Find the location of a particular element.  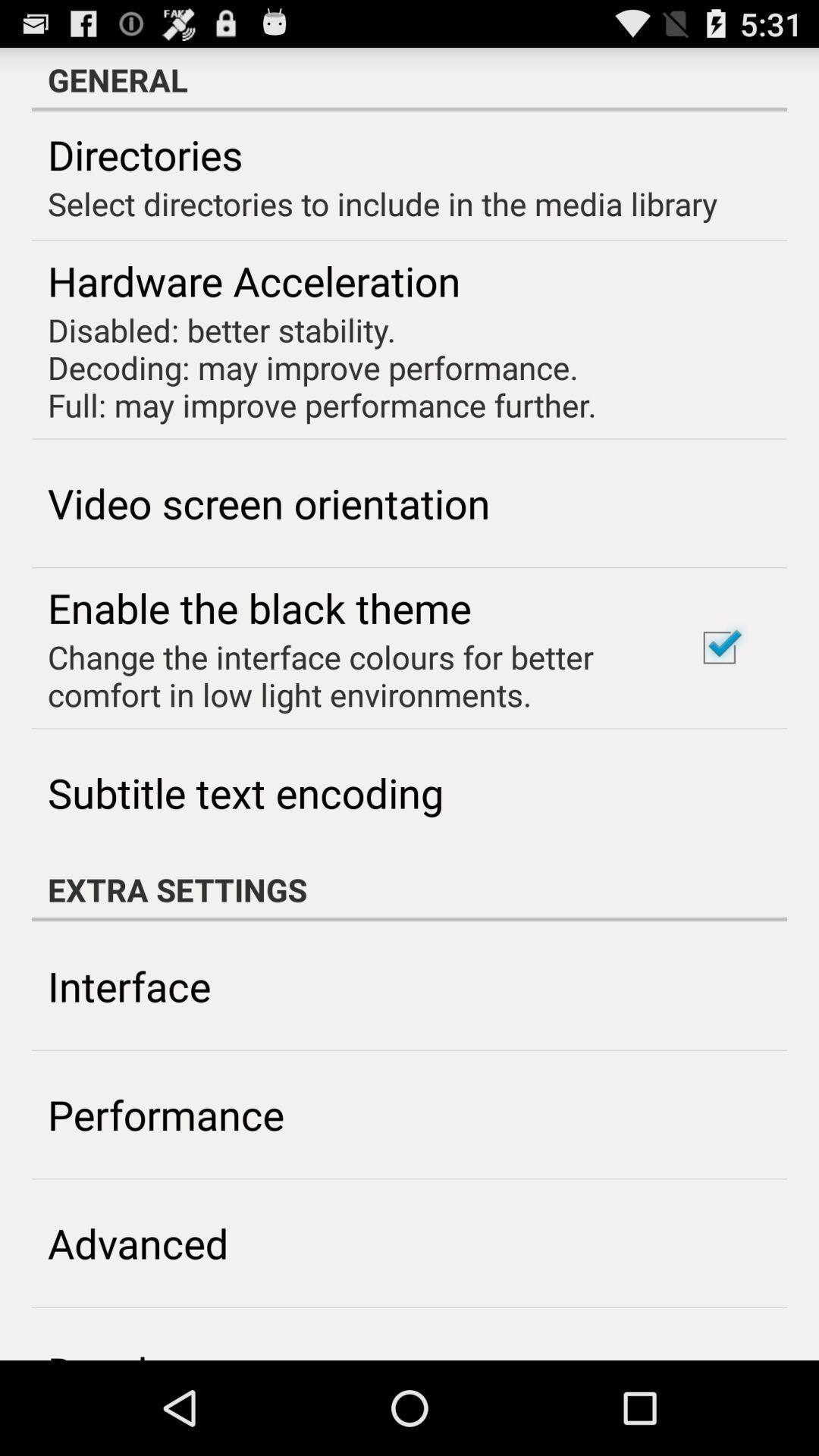

app below the advanced icon is located at coordinates (138, 1352).